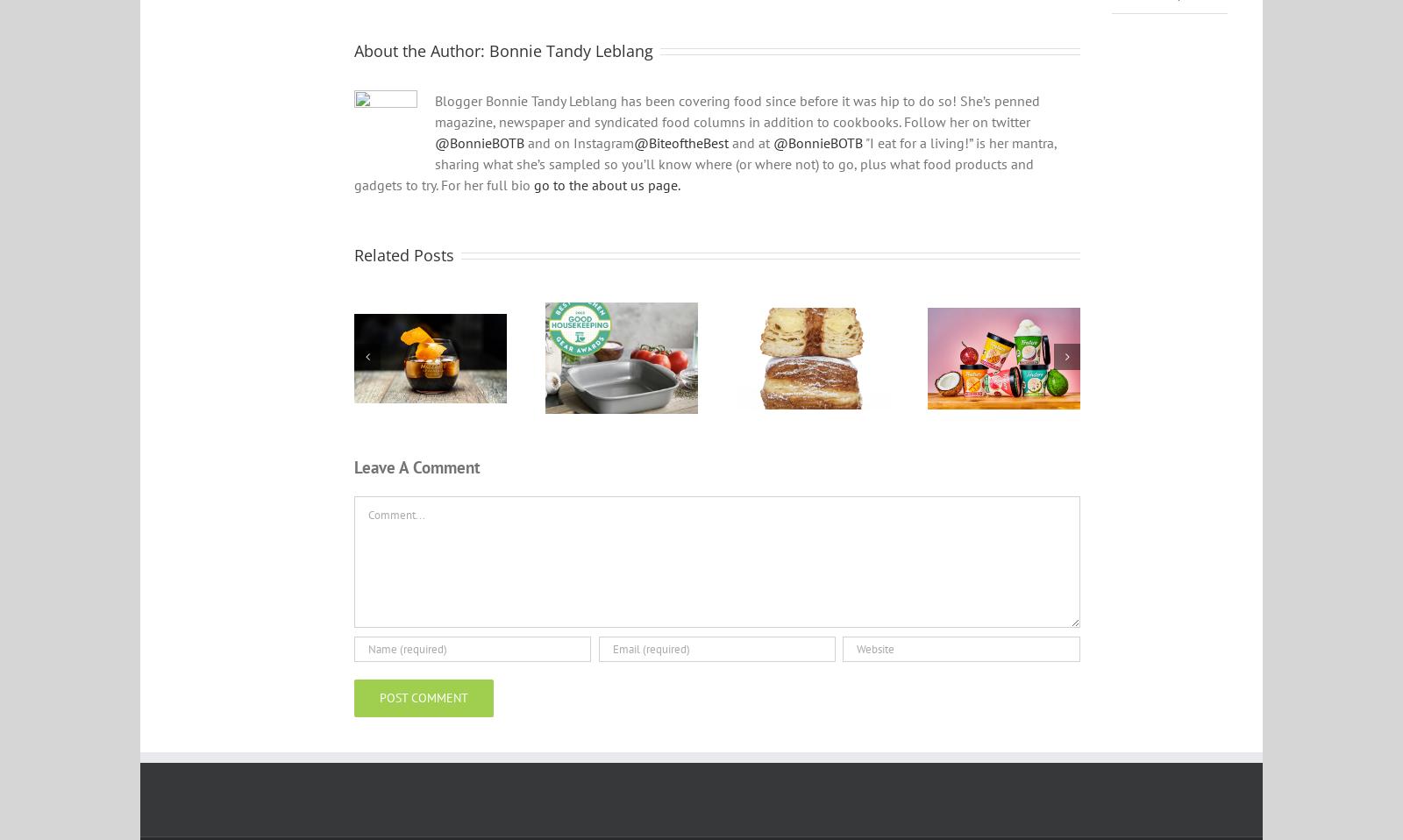 This screenshot has width=1403, height=840. What do you see at coordinates (579, 153) in the screenshot?
I see `'and on Instagram'` at bounding box center [579, 153].